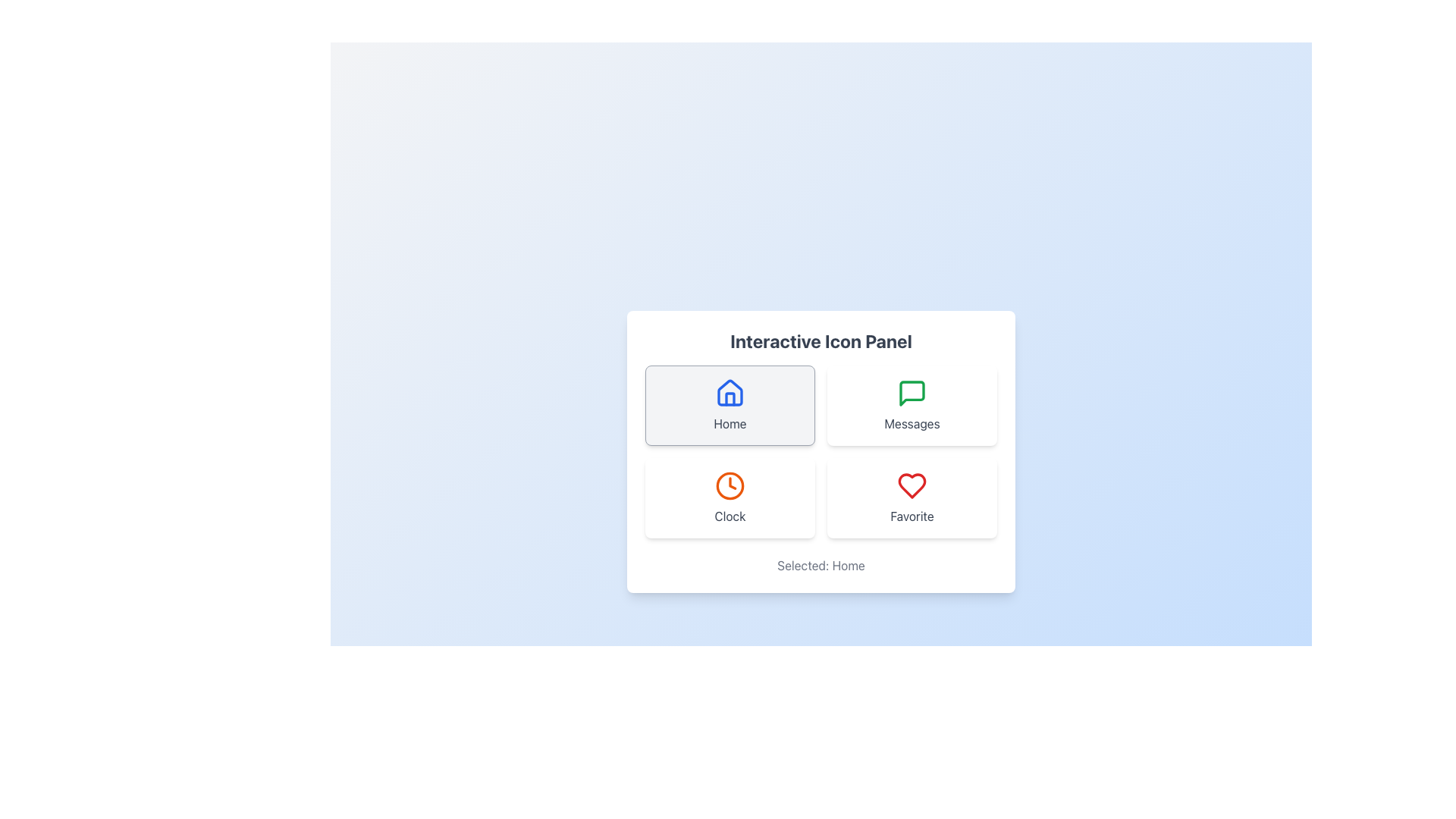  What do you see at coordinates (912, 393) in the screenshot?
I see `the compact green speech bubble or message icon located in the 'Messages' group of the interactive icon panel, which is visually centered at the top of the section` at bounding box center [912, 393].